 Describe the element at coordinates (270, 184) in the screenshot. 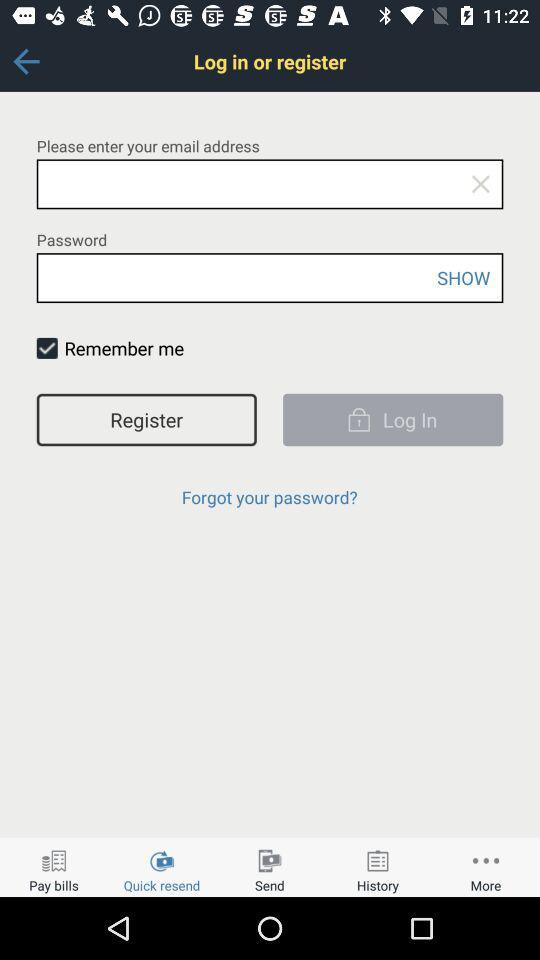

I see `email id` at that location.